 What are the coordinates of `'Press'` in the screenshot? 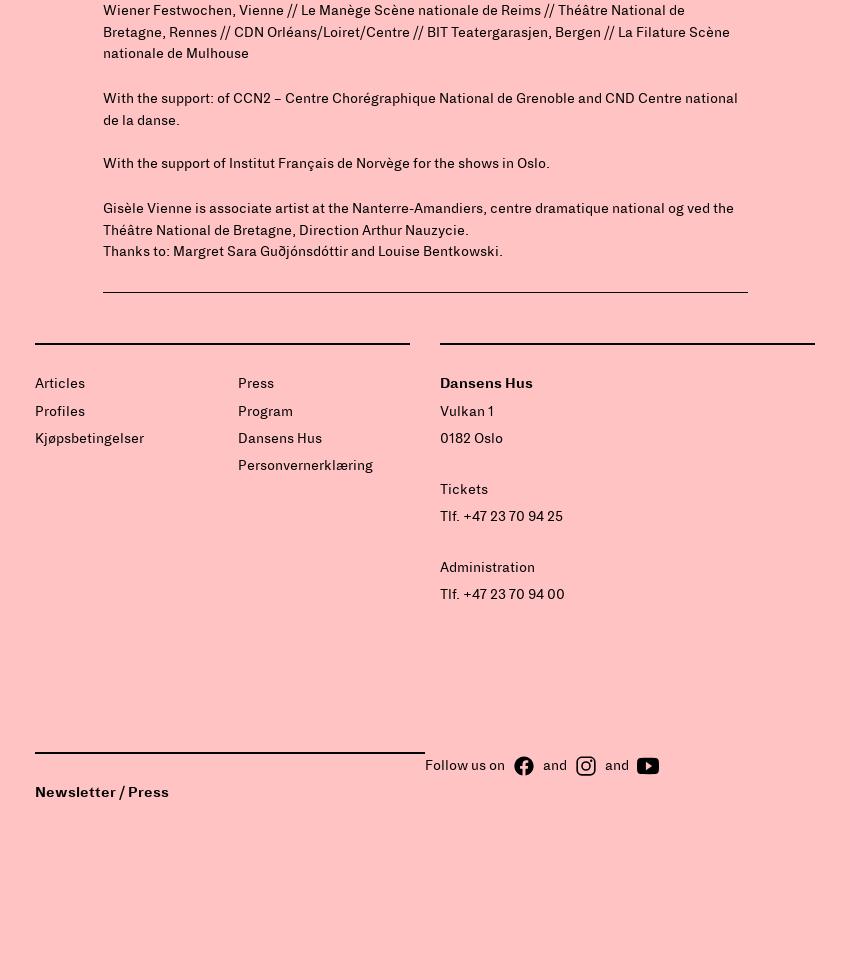 It's located at (255, 383).